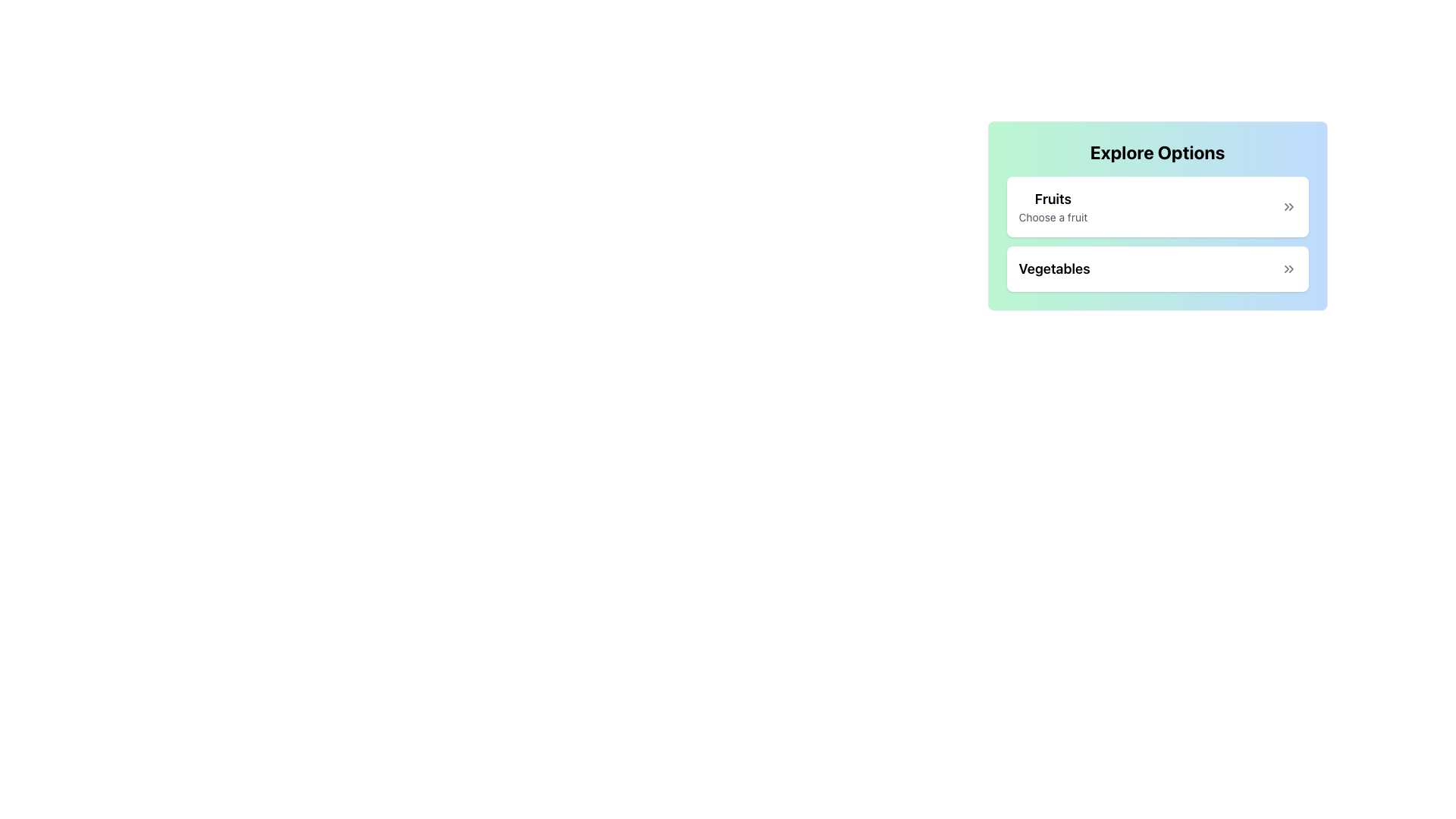 This screenshot has width=1456, height=819. I want to click on the first card in the vertically aligned list of options labeled 'Fruits', so click(1156, 207).